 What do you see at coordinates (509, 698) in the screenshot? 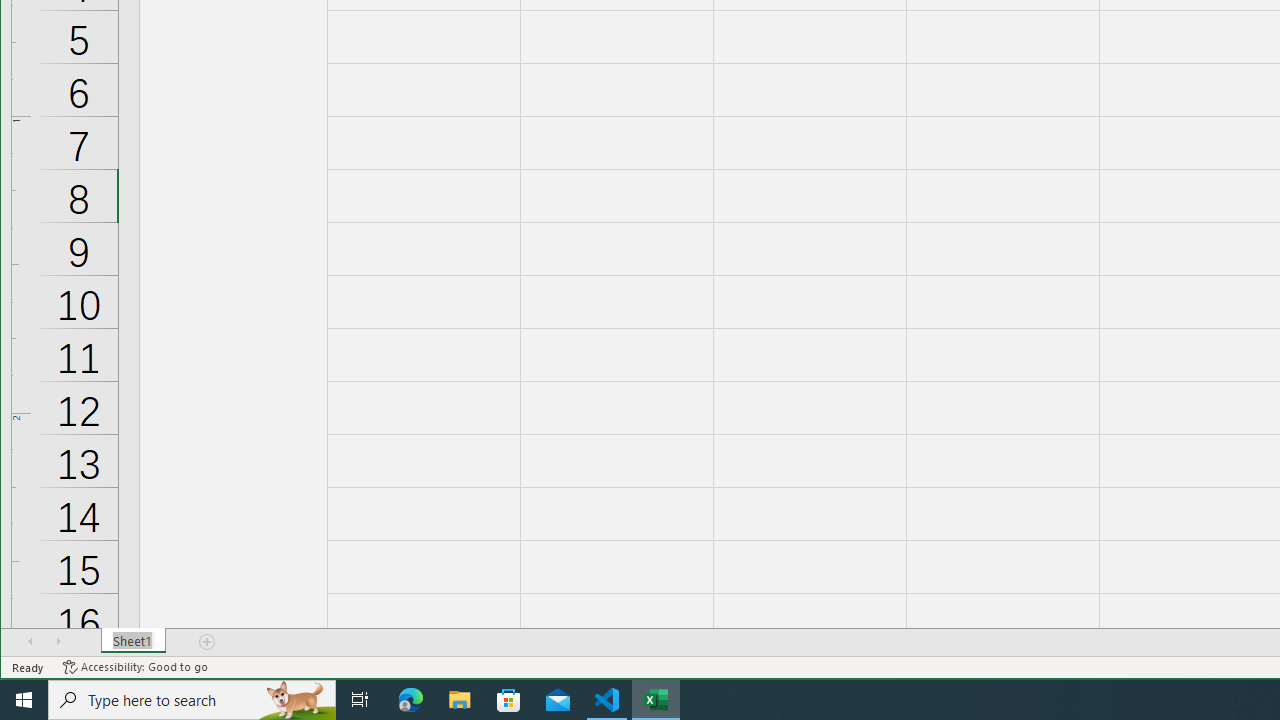
I see `'Microsoft Store'` at bounding box center [509, 698].